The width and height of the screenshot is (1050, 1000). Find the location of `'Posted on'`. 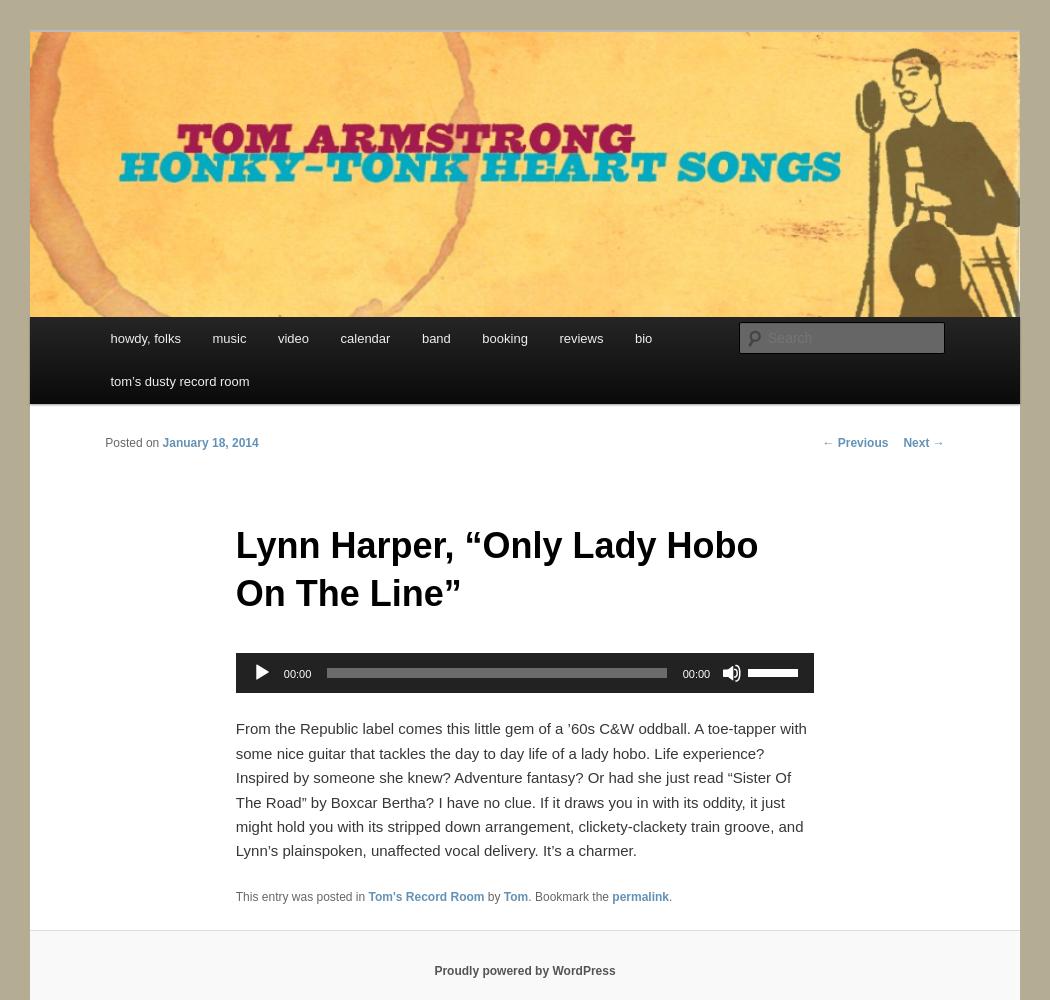

'Posted on' is located at coordinates (132, 442).